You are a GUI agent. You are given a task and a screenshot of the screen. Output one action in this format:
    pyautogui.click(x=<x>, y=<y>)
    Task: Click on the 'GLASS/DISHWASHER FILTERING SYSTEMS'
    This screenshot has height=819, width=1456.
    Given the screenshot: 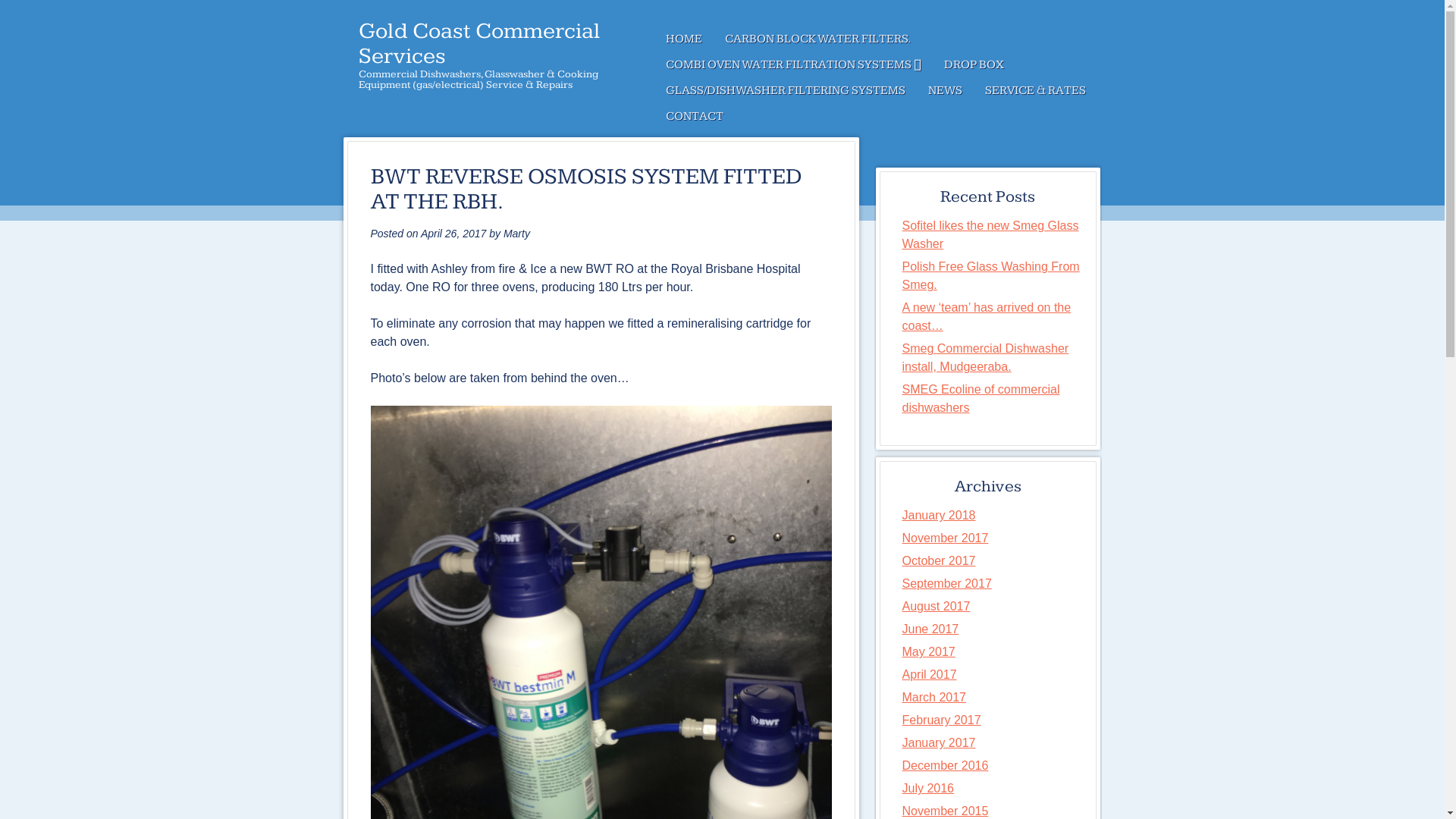 What is the action you would take?
    pyautogui.click(x=785, y=90)
    